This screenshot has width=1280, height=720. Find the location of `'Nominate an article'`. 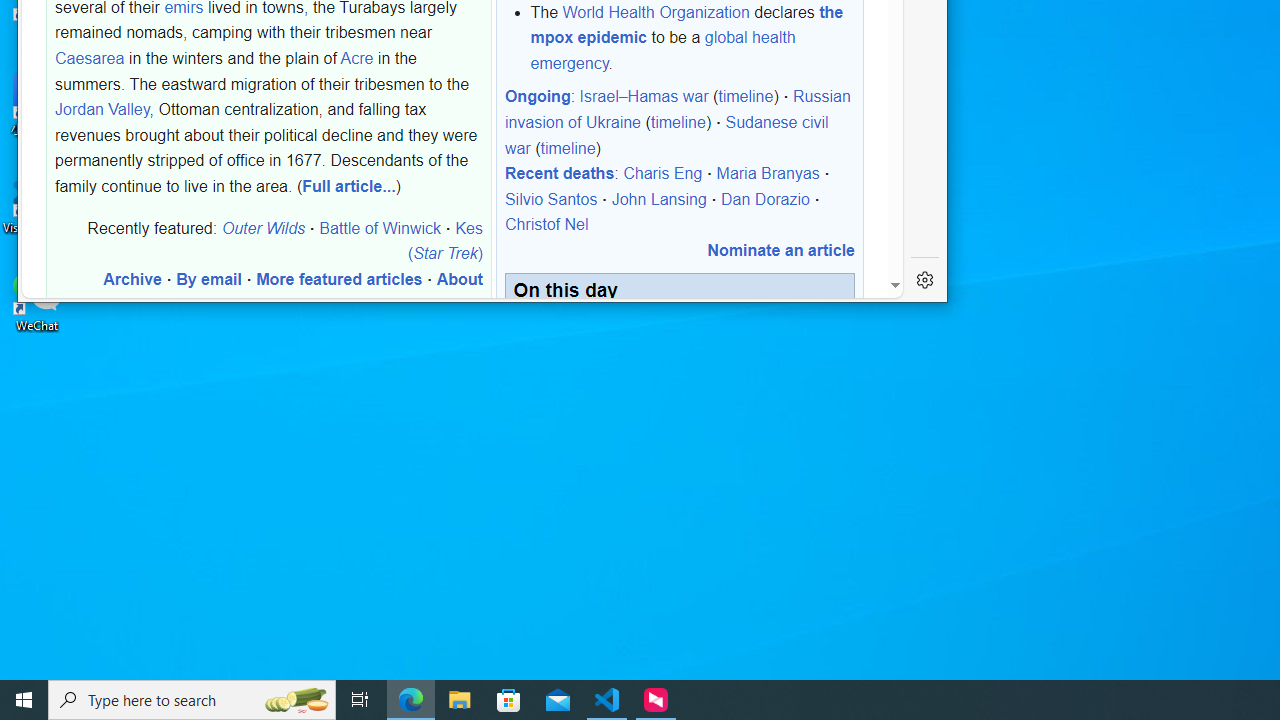

'Nominate an article' is located at coordinates (779, 249).